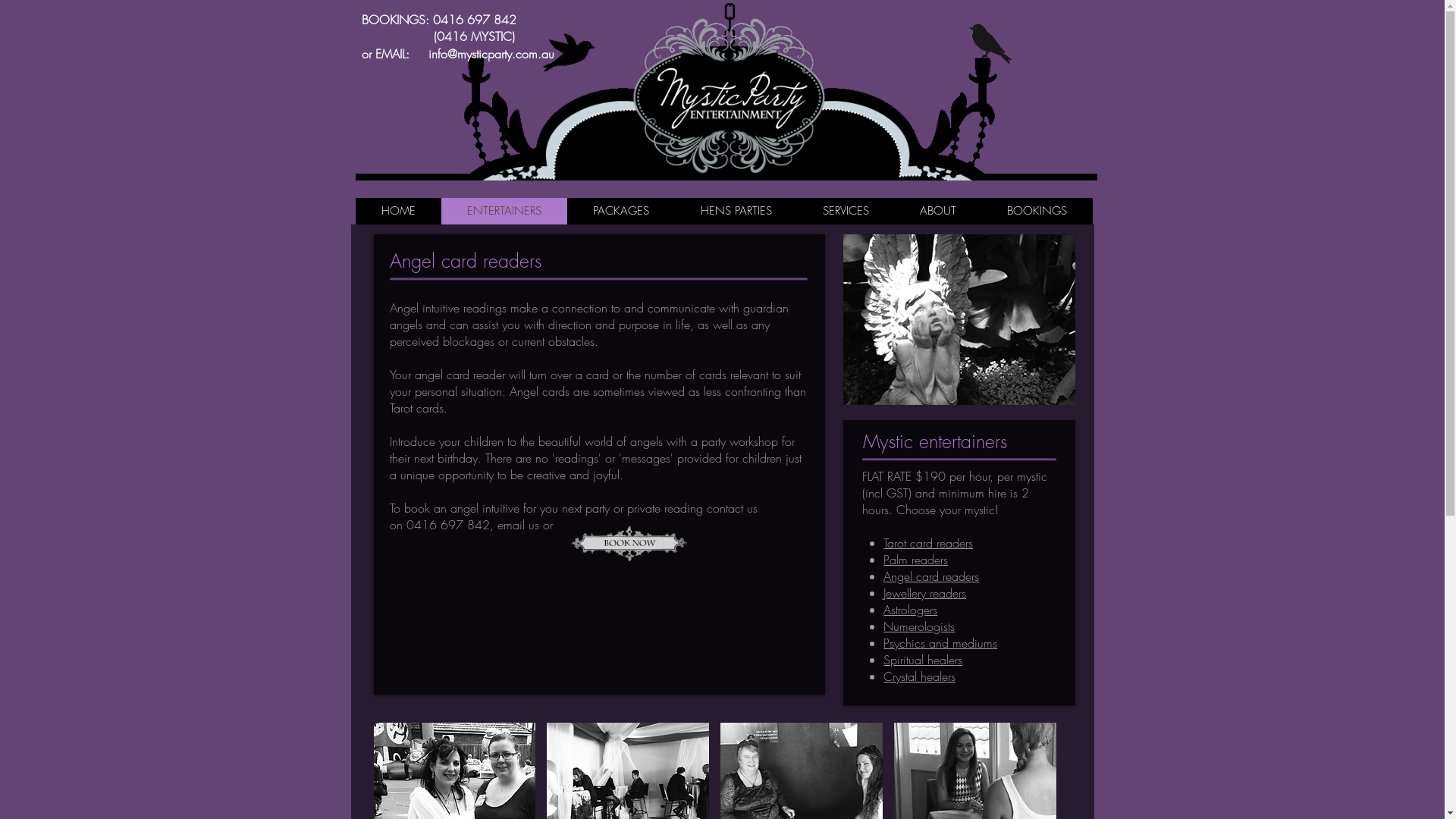  Describe the element at coordinates (924, 592) in the screenshot. I see `'Jewellery readers'` at that location.